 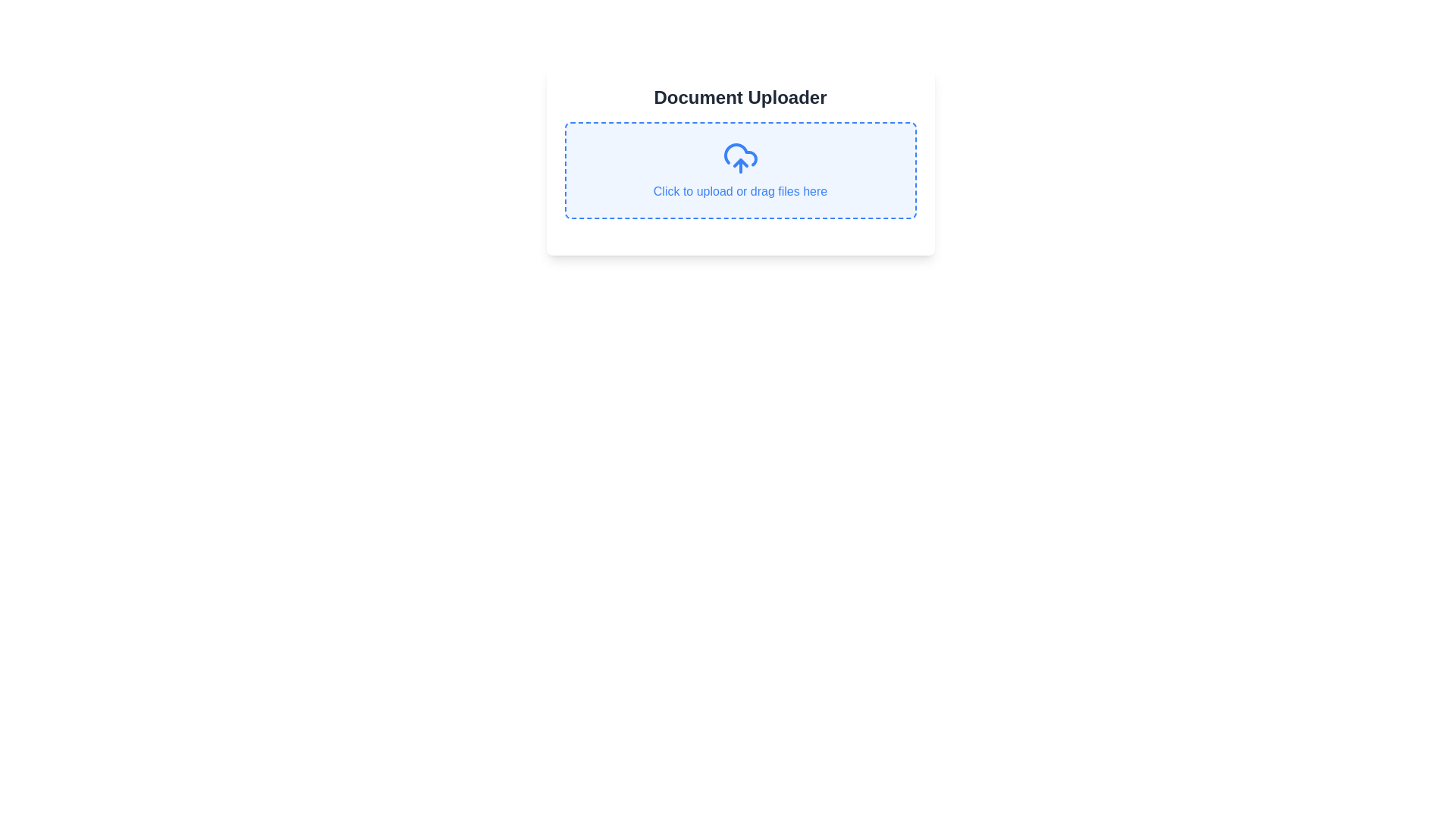 What do you see at coordinates (740, 163) in the screenshot?
I see `the upward-pointing blue arrow icon located inside the cloud-shaped icon, which is centered within the dashed blue-bordered rectangle below the title 'Document Uploader'` at bounding box center [740, 163].